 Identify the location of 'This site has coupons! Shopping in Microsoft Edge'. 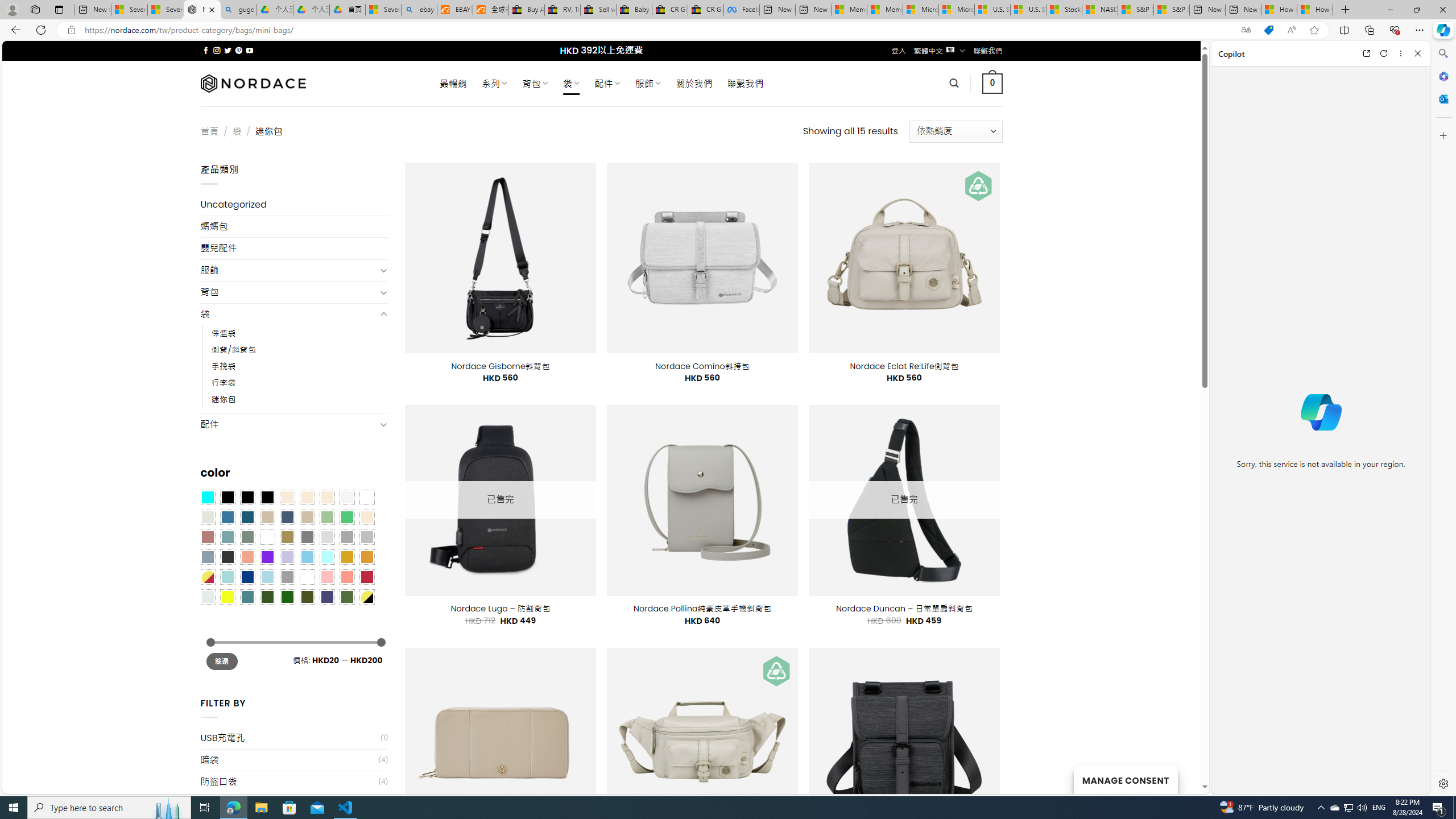
(1268, 30).